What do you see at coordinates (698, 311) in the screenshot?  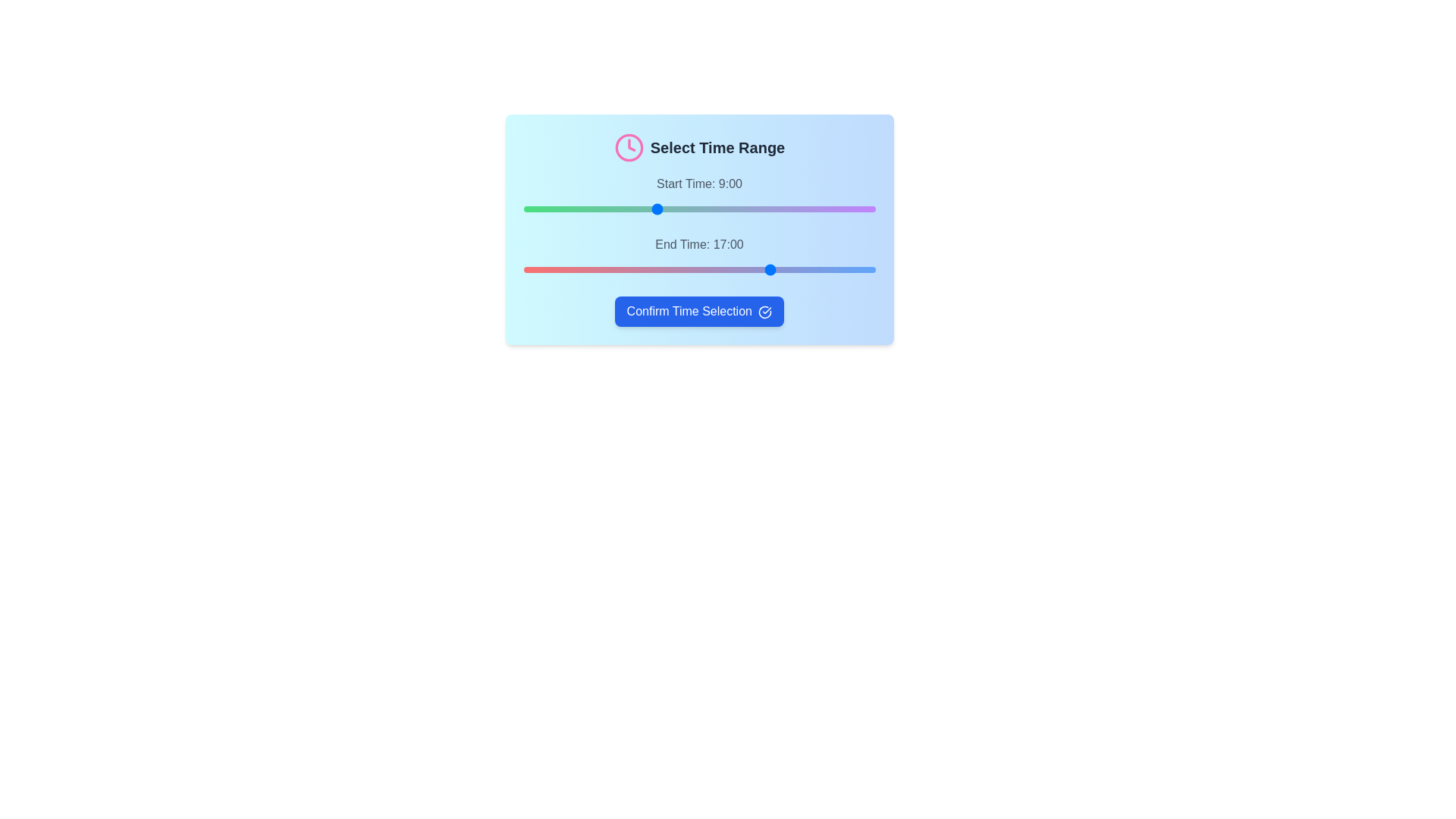 I see `the 'Confirm Time Selection' button to finalize the selection` at bounding box center [698, 311].